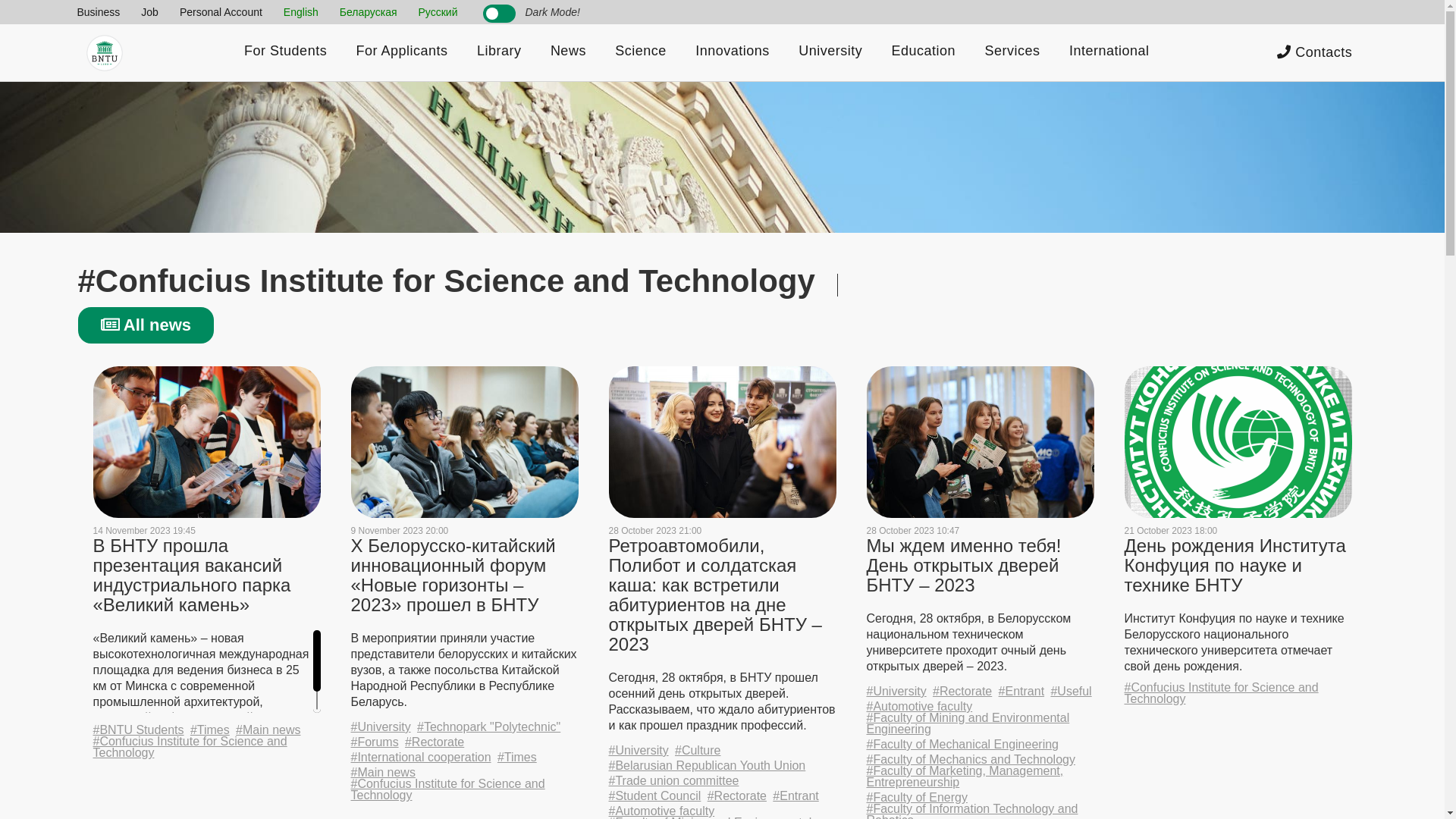 The height and width of the screenshot is (819, 1456). What do you see at coordinates (374, 741) in the screenshot?
I see `'#Forums'` at bounding box center [374, 741].